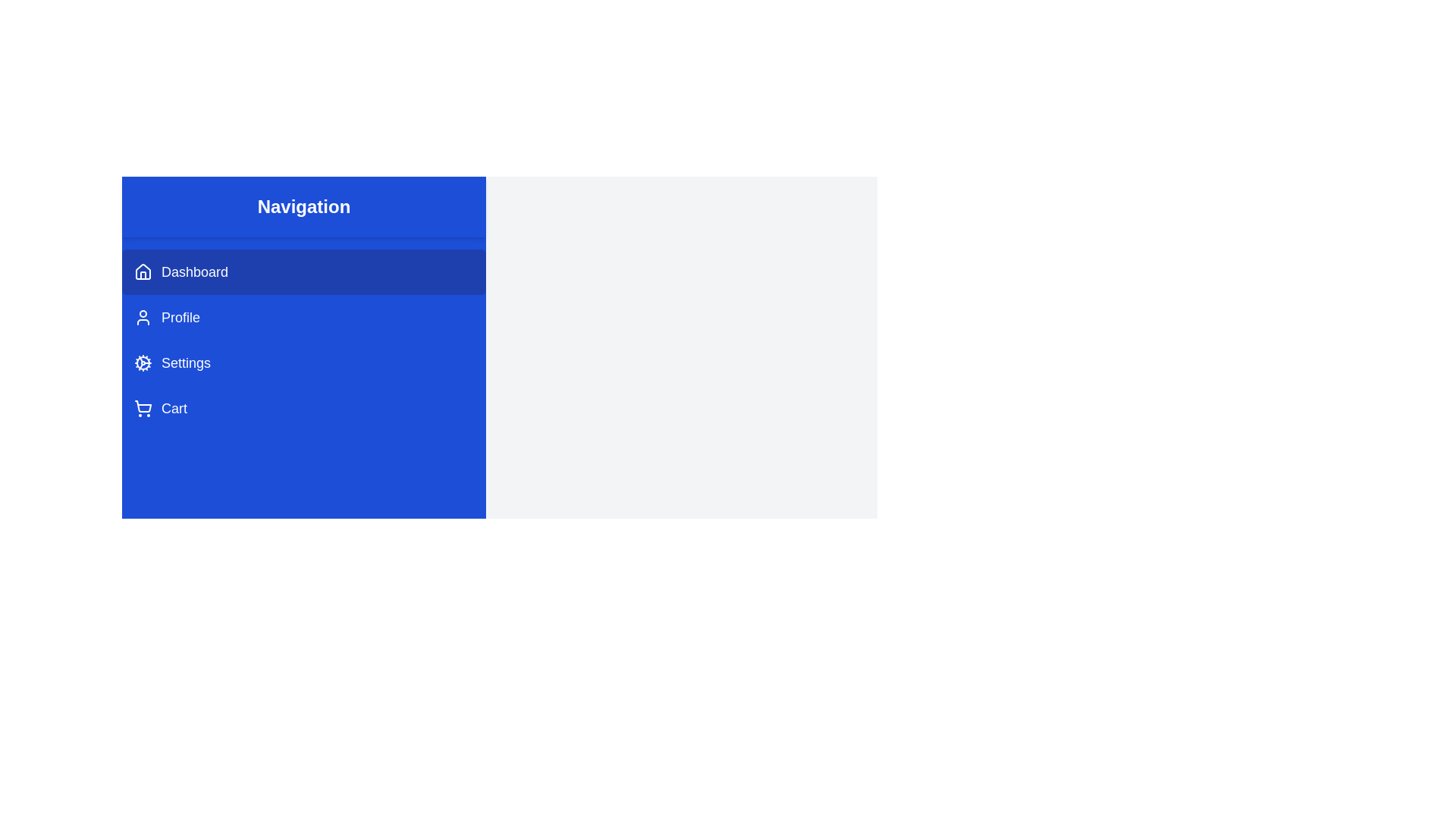 The height and width of the screenshot is (819, 1456). What do you see at coordinates (143, 271) in the screenshot?
I see `the 'Dashboard' button which contains the house icon on the left side of its text label` at bounding box center [143, 271].